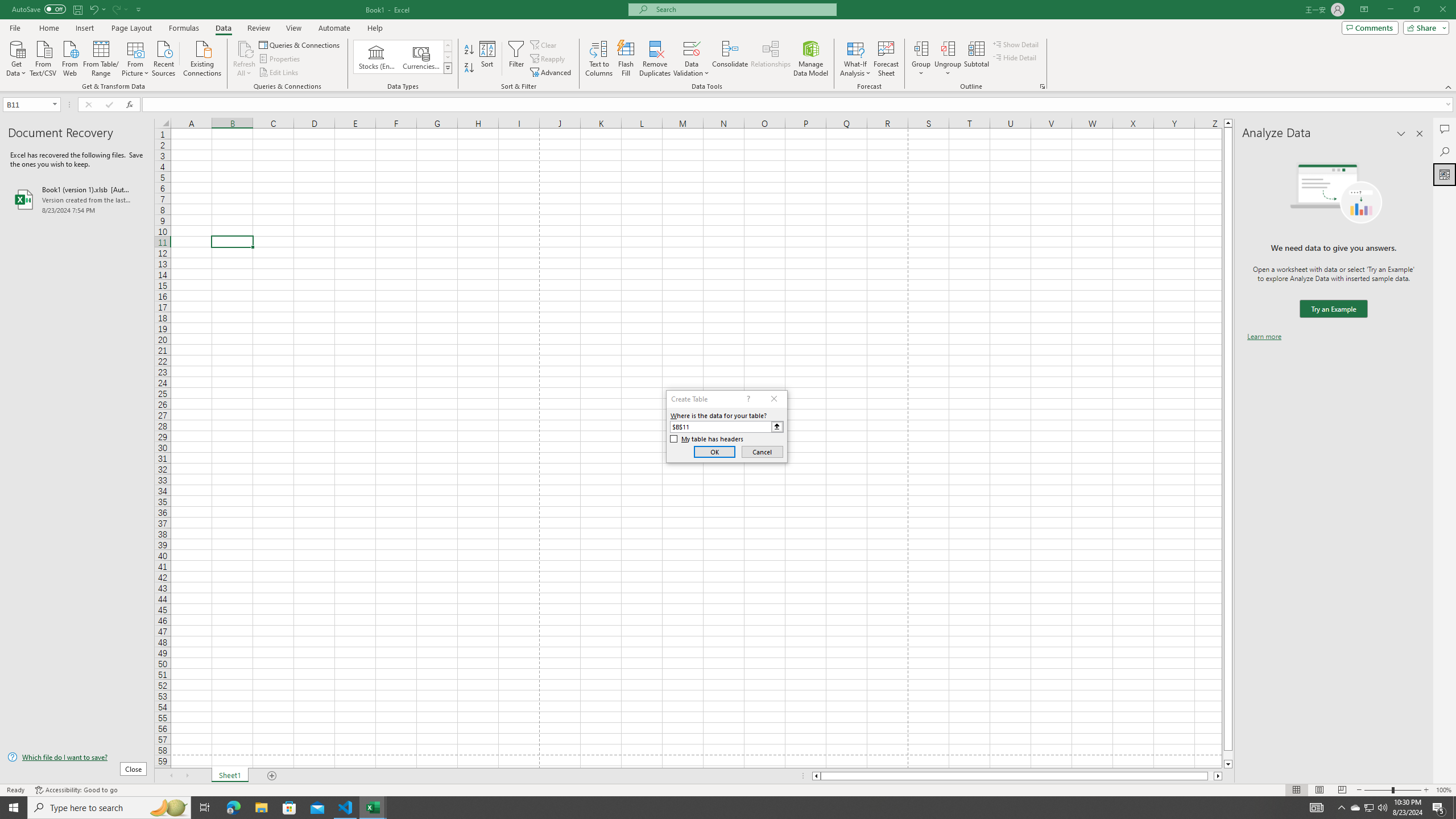  I want to click on 'From Picture', so click(136, 57).